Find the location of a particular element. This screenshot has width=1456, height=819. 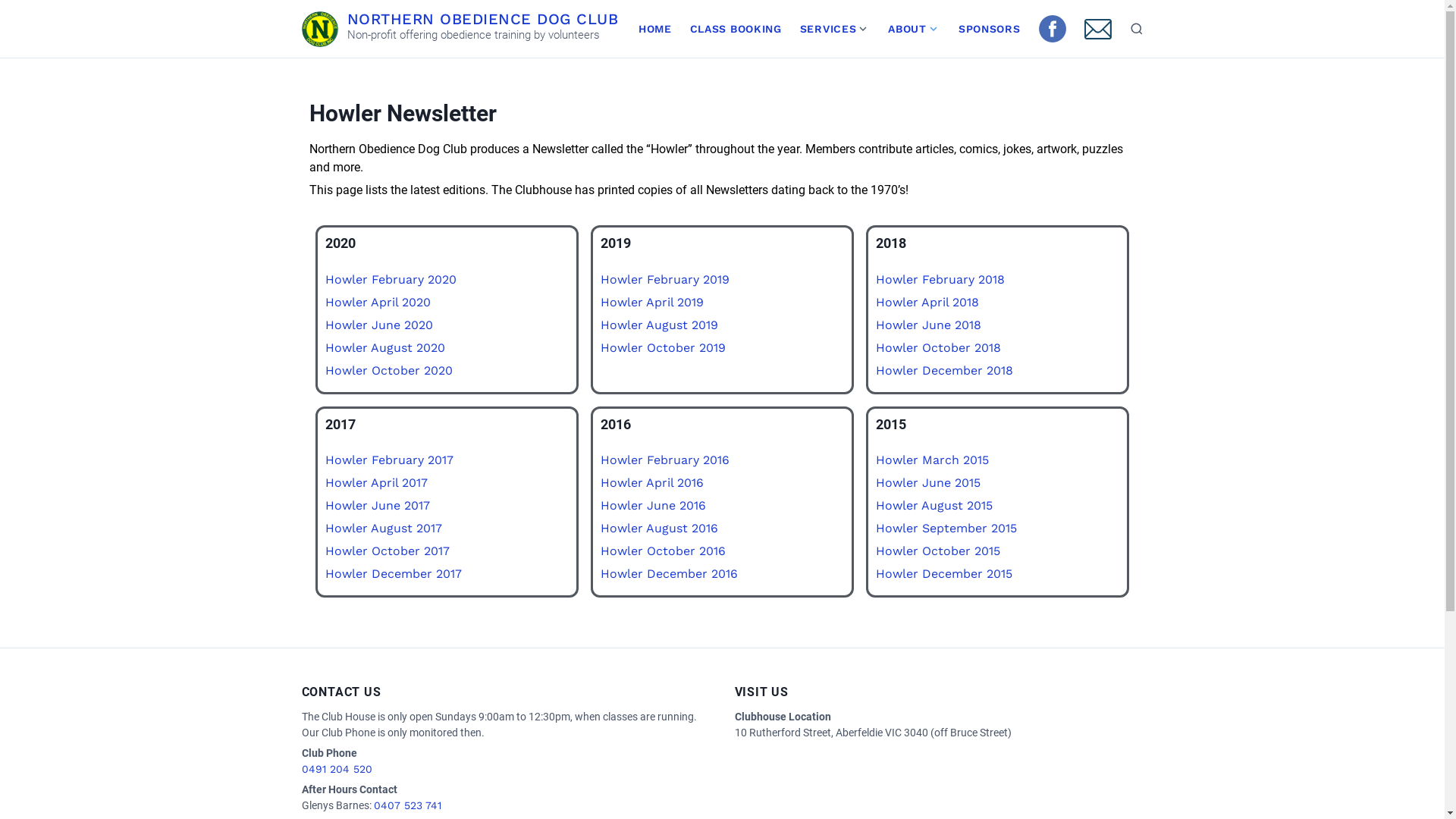

'Howler February 2019' is located at coordinates (665, 278).